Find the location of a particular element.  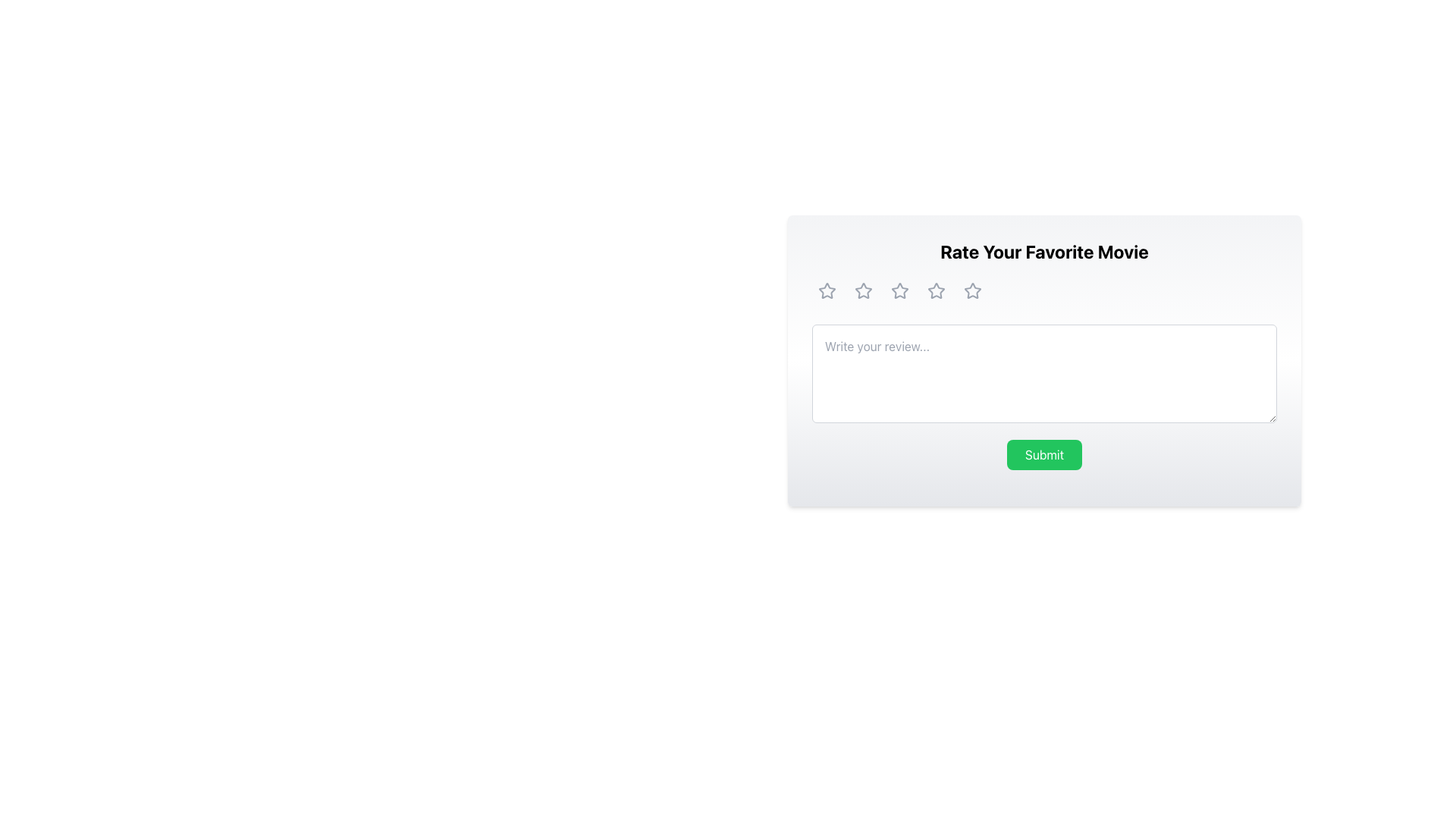

the first star icon is located at coordinates (826, 291).